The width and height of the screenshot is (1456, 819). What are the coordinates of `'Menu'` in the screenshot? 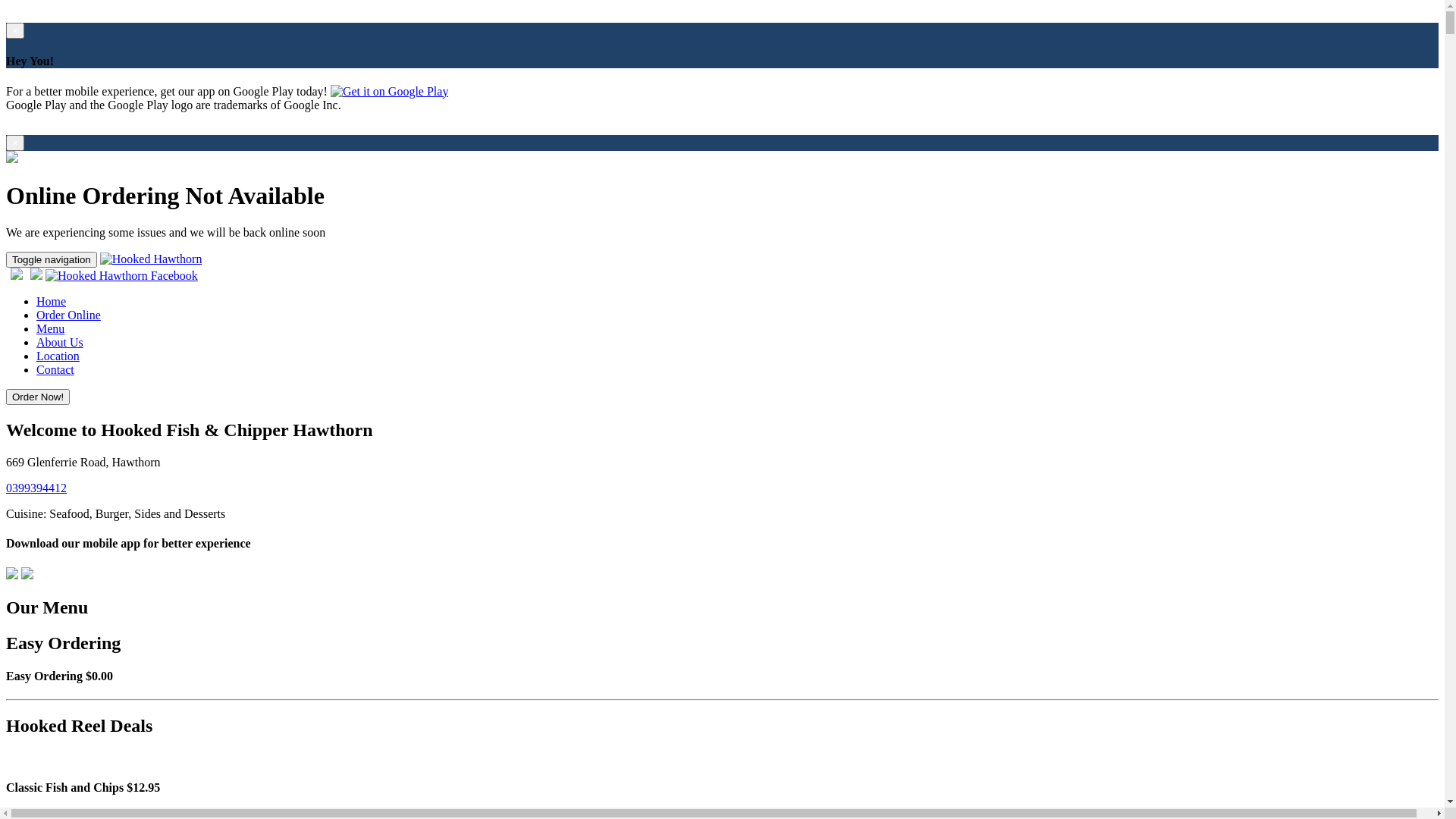 It's located at (36, 328).